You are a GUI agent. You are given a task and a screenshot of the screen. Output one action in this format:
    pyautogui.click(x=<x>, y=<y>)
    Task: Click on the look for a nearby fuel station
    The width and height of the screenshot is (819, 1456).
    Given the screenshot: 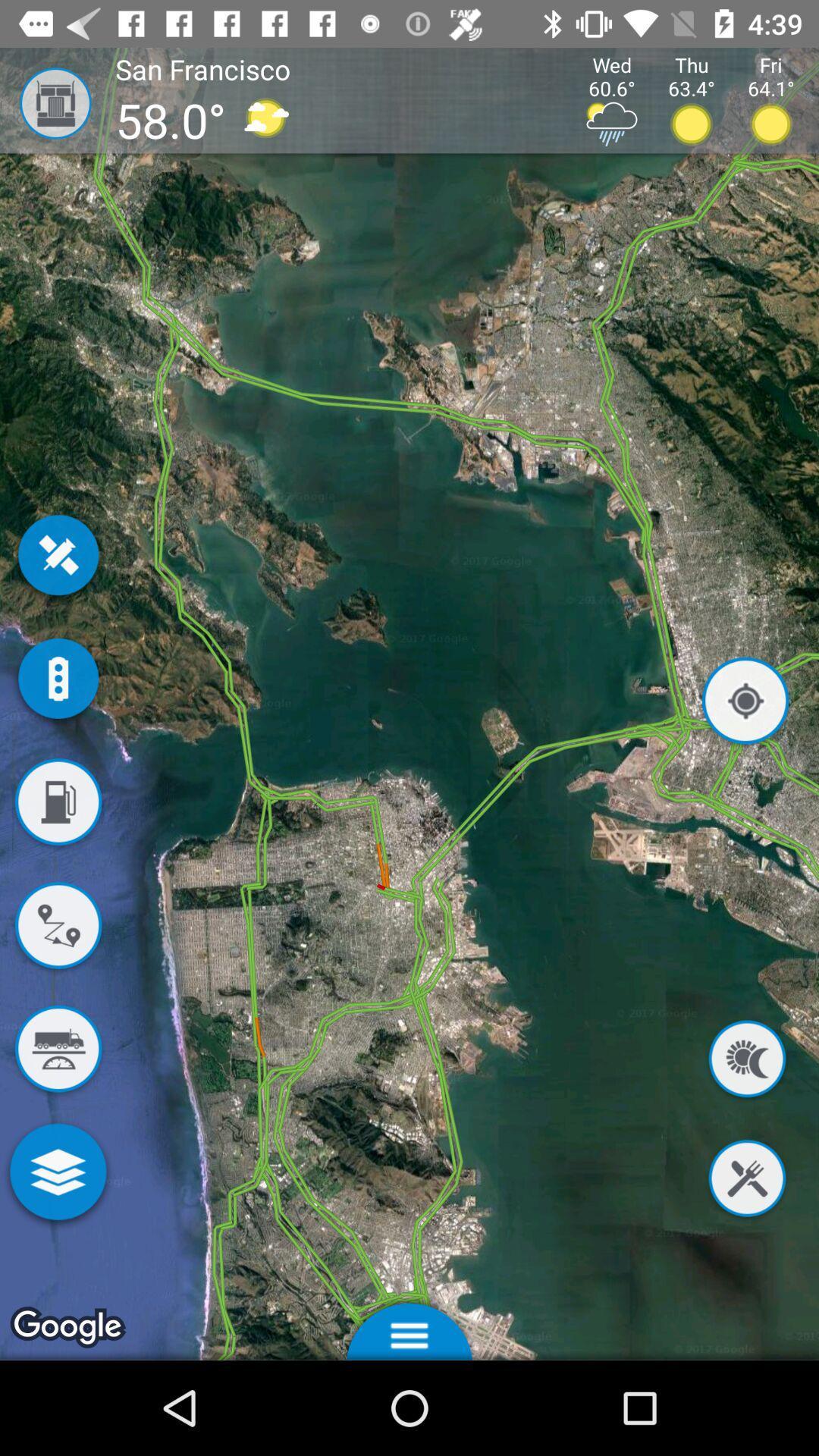 What is the action you would take?
    pyautogui.click(x=57, y=804)
    